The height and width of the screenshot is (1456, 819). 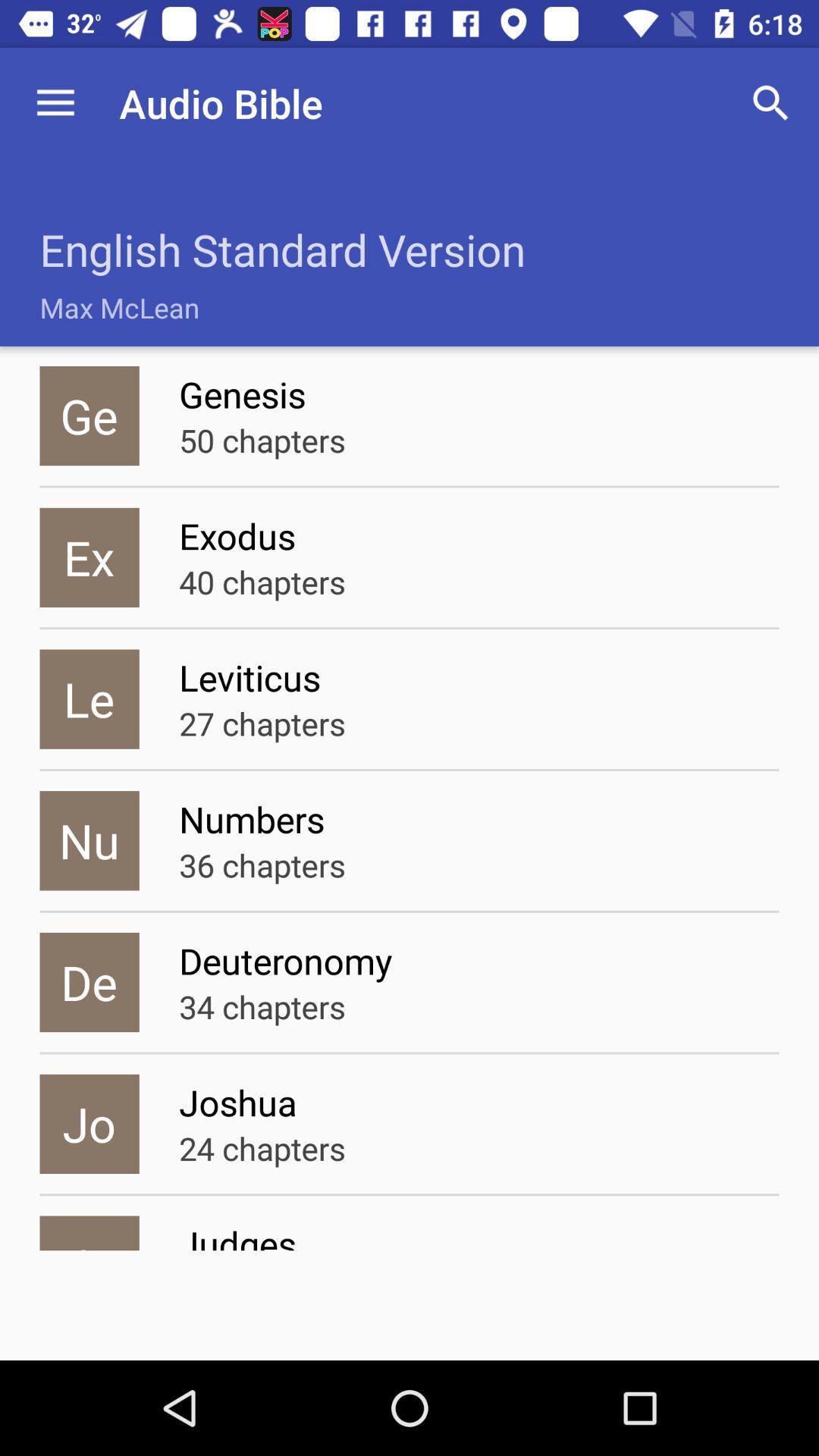 What do you see at coordinates (479, 1235) in the screenshot?
I see `the item next to ju item` at bounding box center [479, 1235].